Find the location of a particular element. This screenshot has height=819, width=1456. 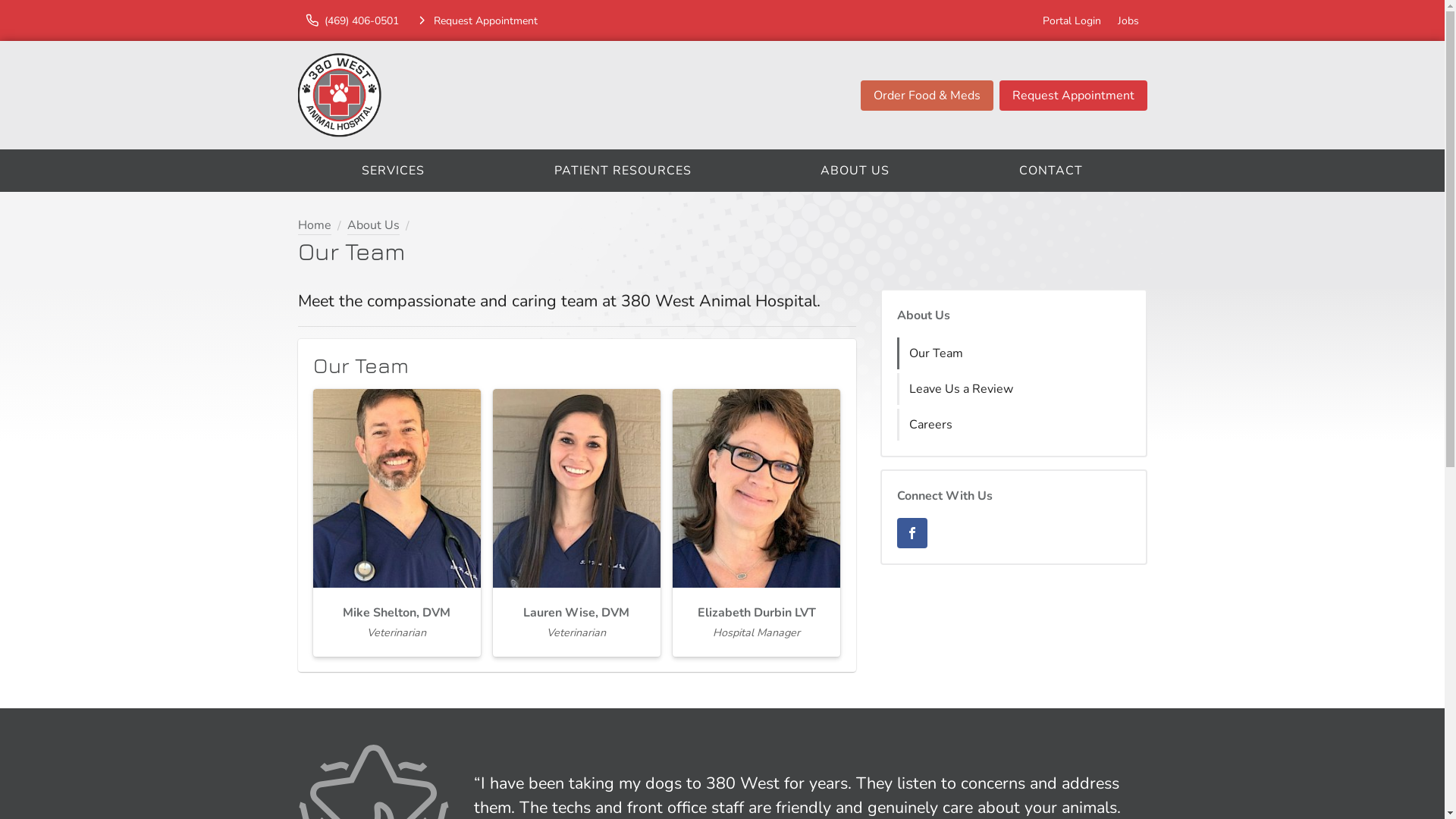

'Facebook' is located at coordinates (896, 532).